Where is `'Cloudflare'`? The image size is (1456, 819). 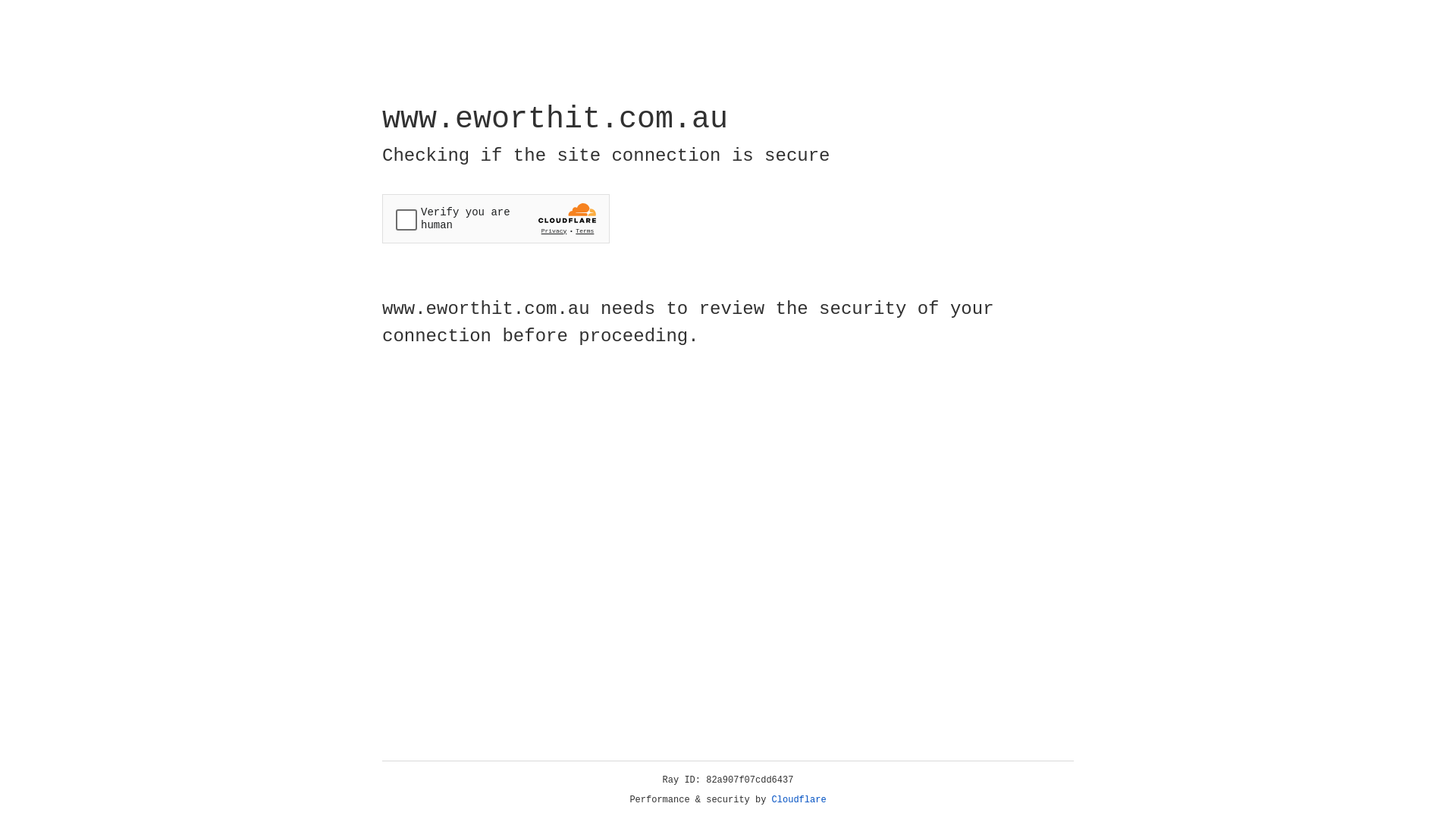
'Cloudflare' is located at coordinates (799, 799).